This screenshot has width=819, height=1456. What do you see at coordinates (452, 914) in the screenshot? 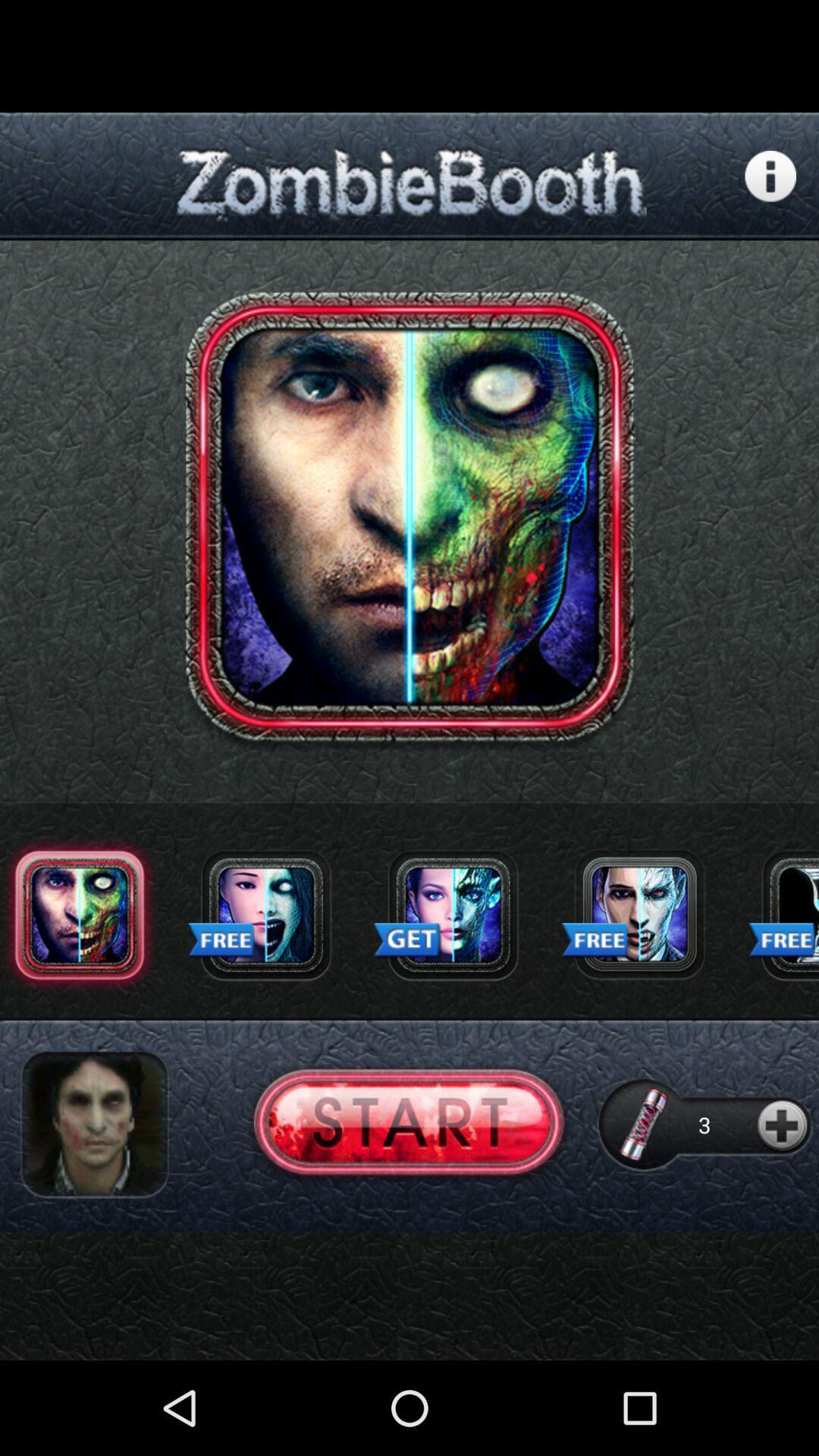
I see `press to get` at bounding box center [452, 914].